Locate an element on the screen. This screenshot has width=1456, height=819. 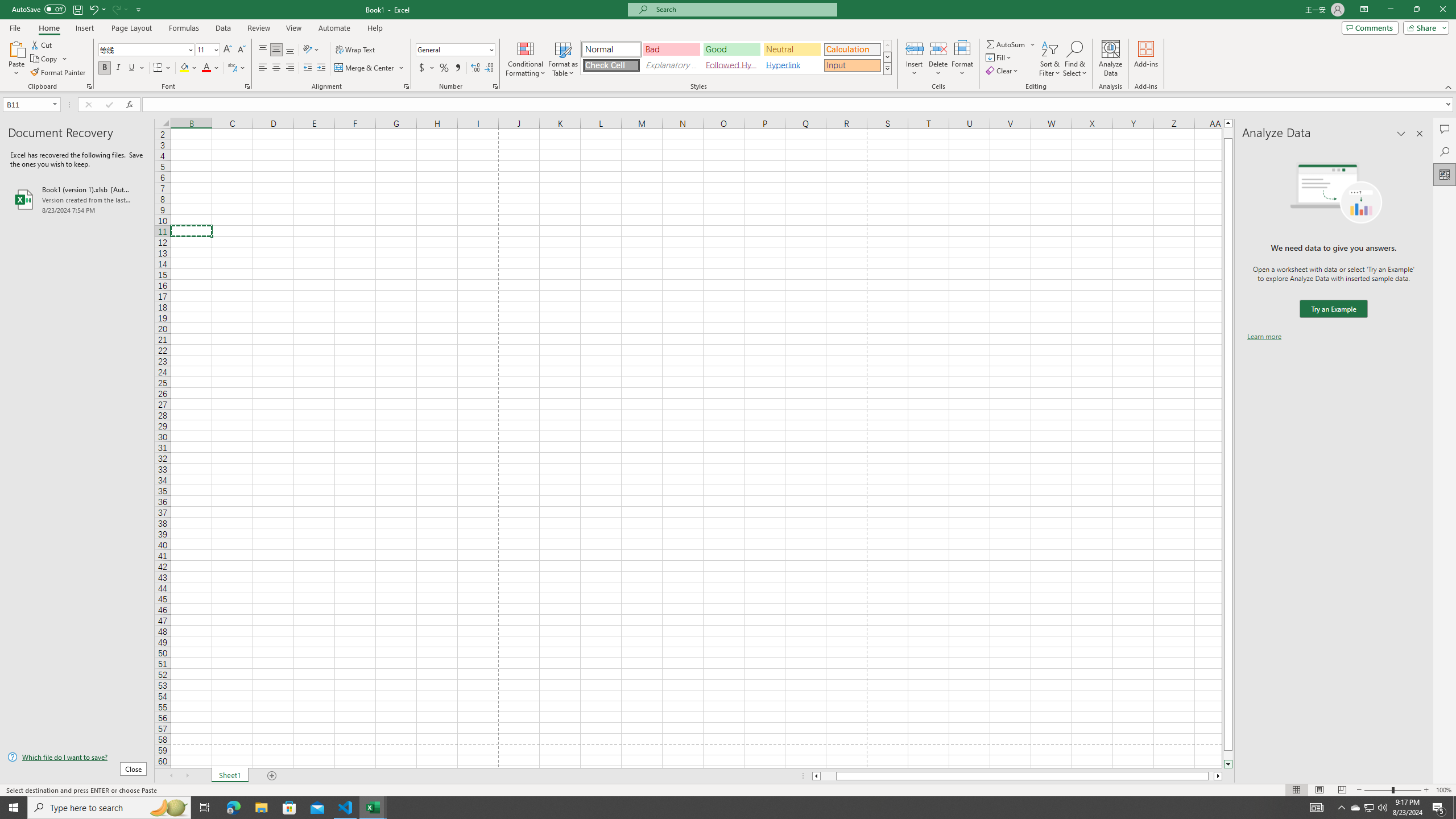
'Fill Color RGB(255, 255, 0)' is located at coordinates (183, 67).